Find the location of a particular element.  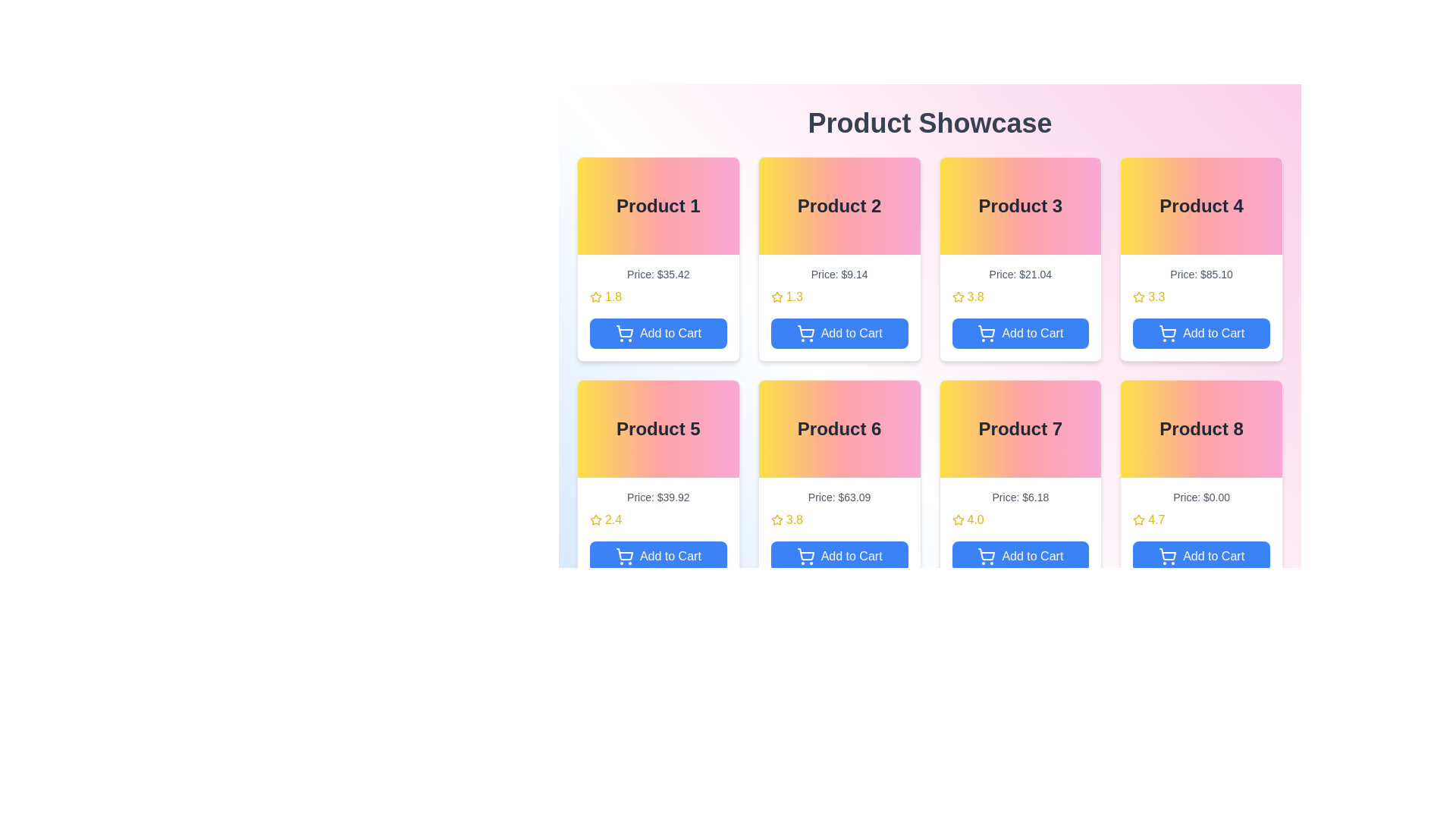

the first star-shaped icon with a yellow outline next to the numeric rating (1.8) in the product card for 'Product 1' is located at coordinates (595, 297).